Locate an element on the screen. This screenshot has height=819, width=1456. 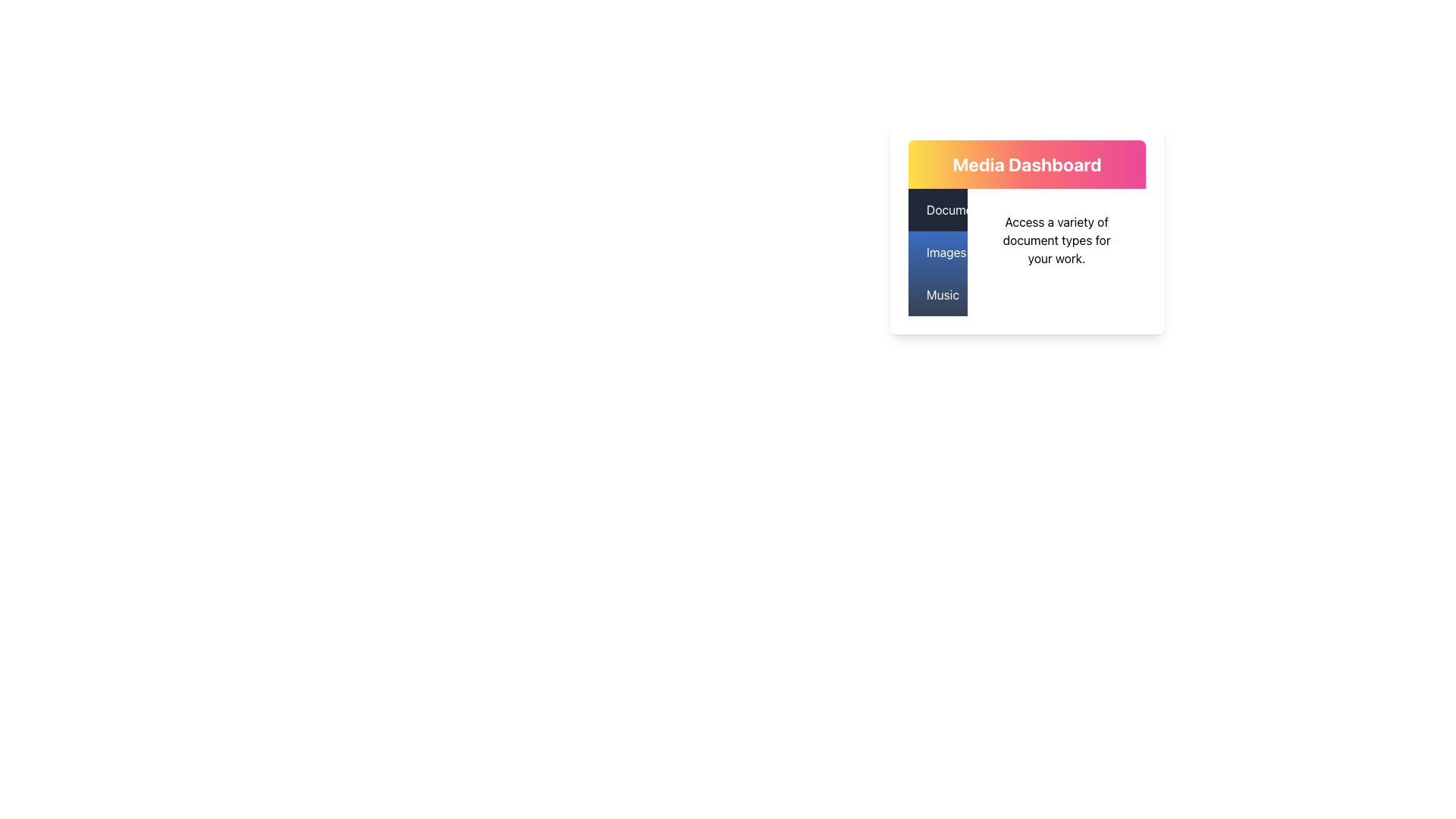
the 'Documents' button, which is a rectangular dark gray button with white text and a file icon, located at the top of the vertical list in the Media Dashboard is located at coordinates (937, 210).